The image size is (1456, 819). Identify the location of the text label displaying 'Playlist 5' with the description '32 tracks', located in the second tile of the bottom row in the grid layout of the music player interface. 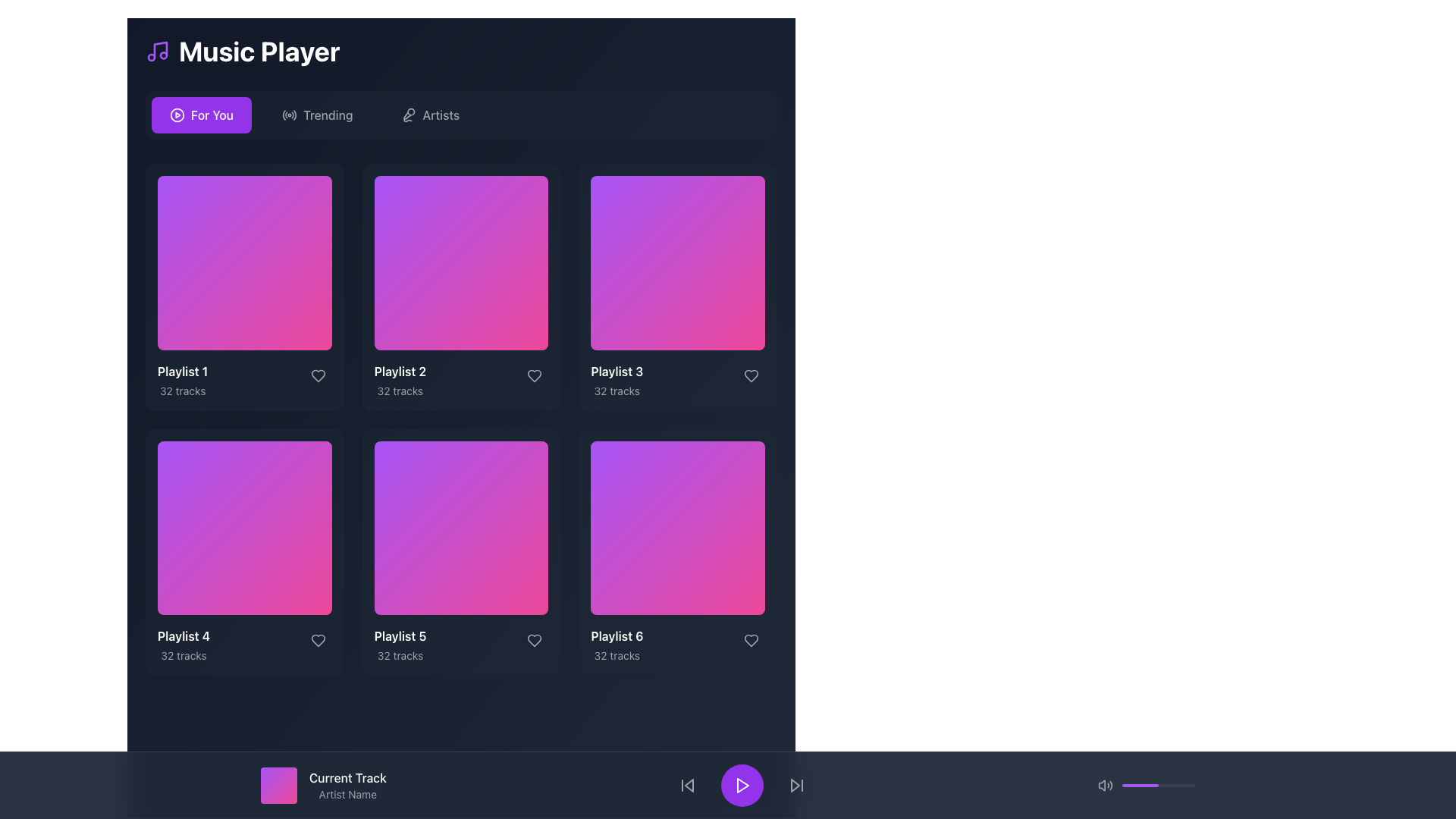
(400, 645).